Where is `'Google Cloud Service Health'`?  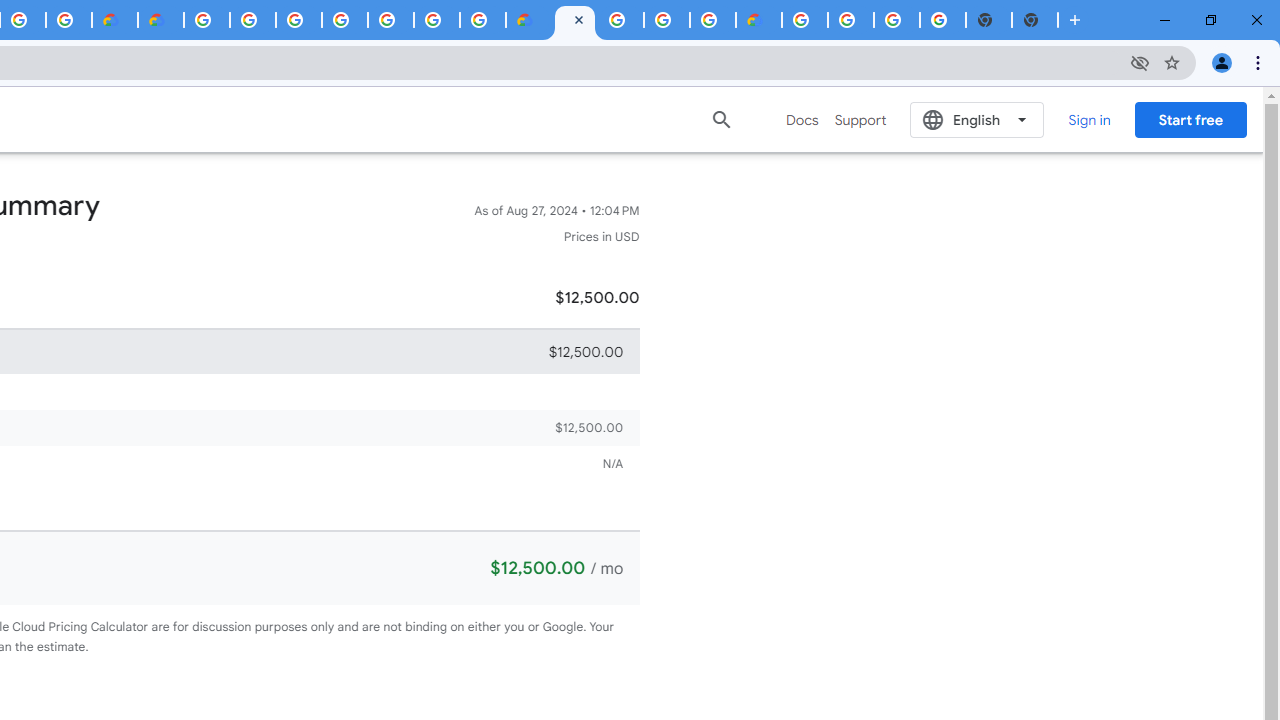
'Google Cloud Service Health' is located at coordinates (758, 20).